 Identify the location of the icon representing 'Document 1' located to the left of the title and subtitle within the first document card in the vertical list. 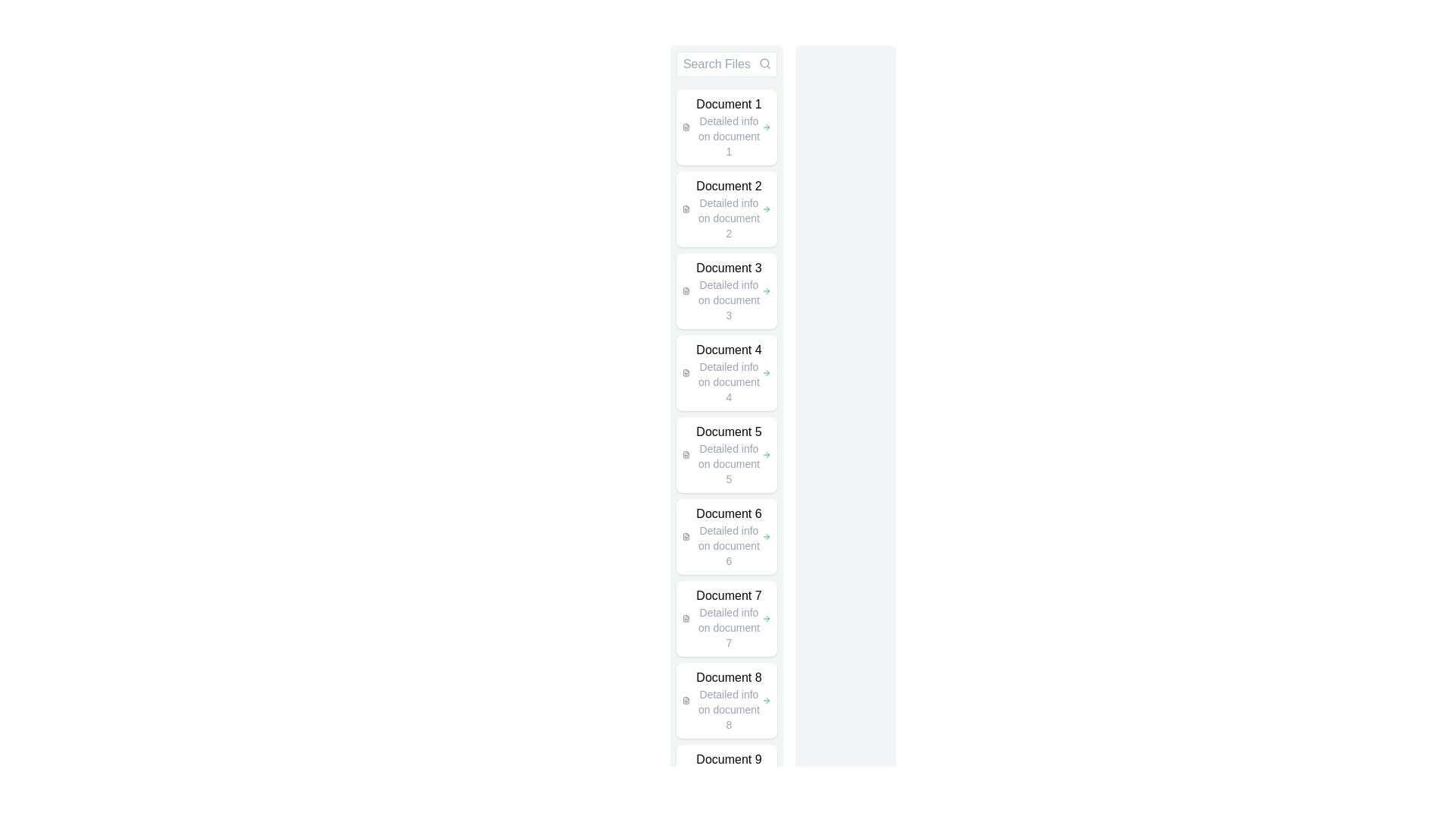
(684, 127).